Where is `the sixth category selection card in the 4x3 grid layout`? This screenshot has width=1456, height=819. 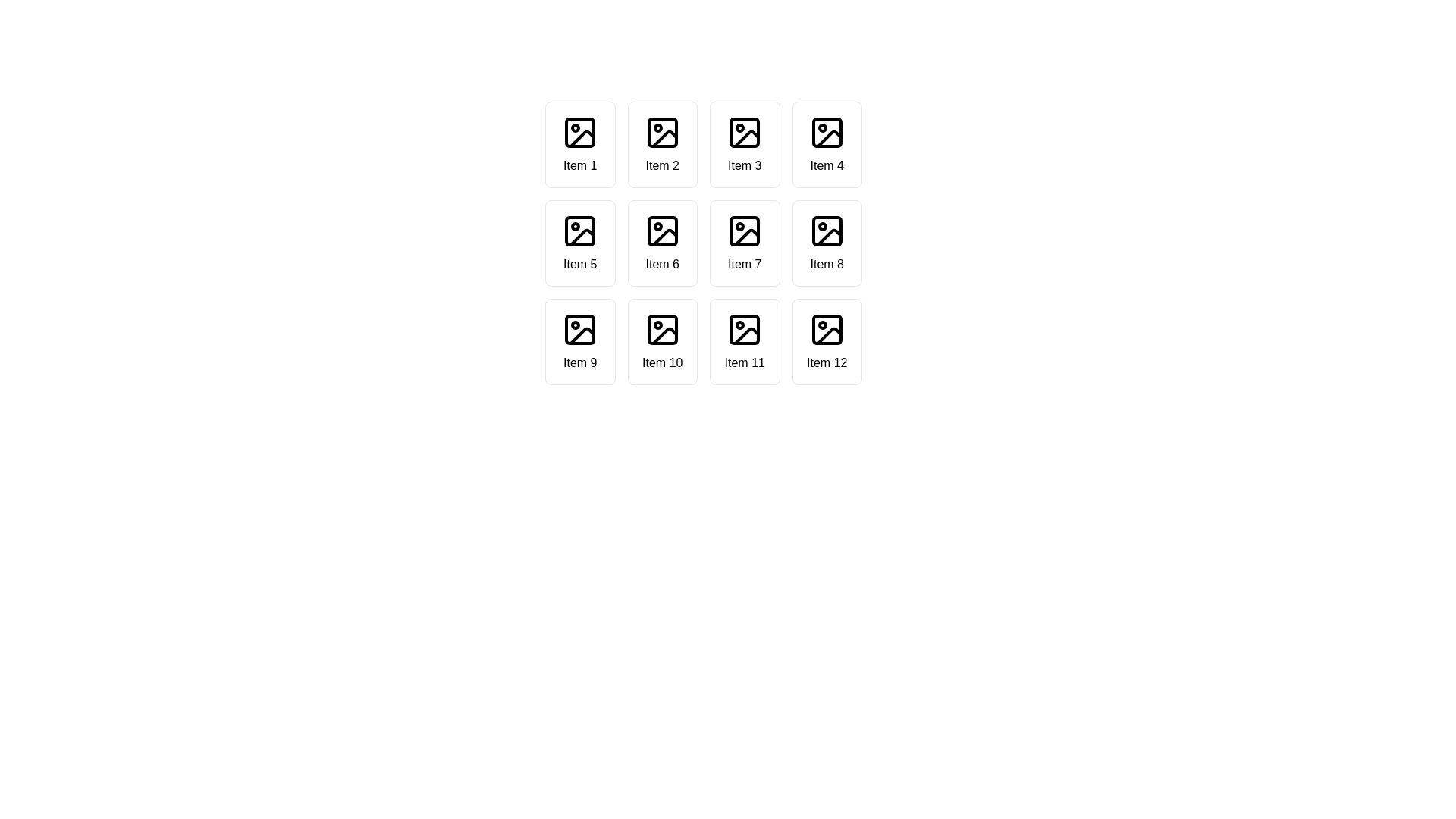 the sixth category selection card in the 4x3 grid layout is located at coordinates (662, 242).